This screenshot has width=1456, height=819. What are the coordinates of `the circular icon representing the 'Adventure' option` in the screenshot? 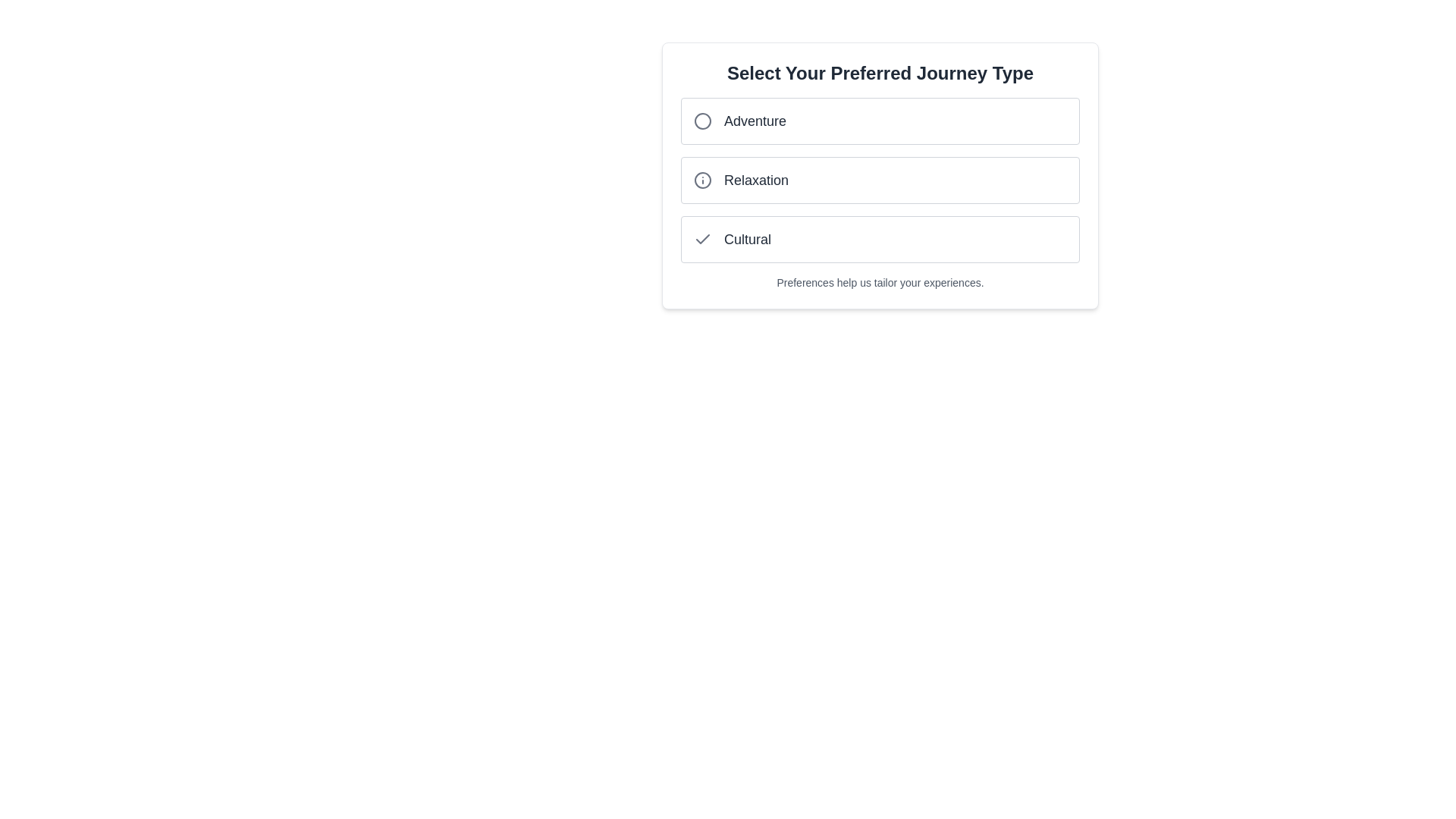 It's located at (701, 120).